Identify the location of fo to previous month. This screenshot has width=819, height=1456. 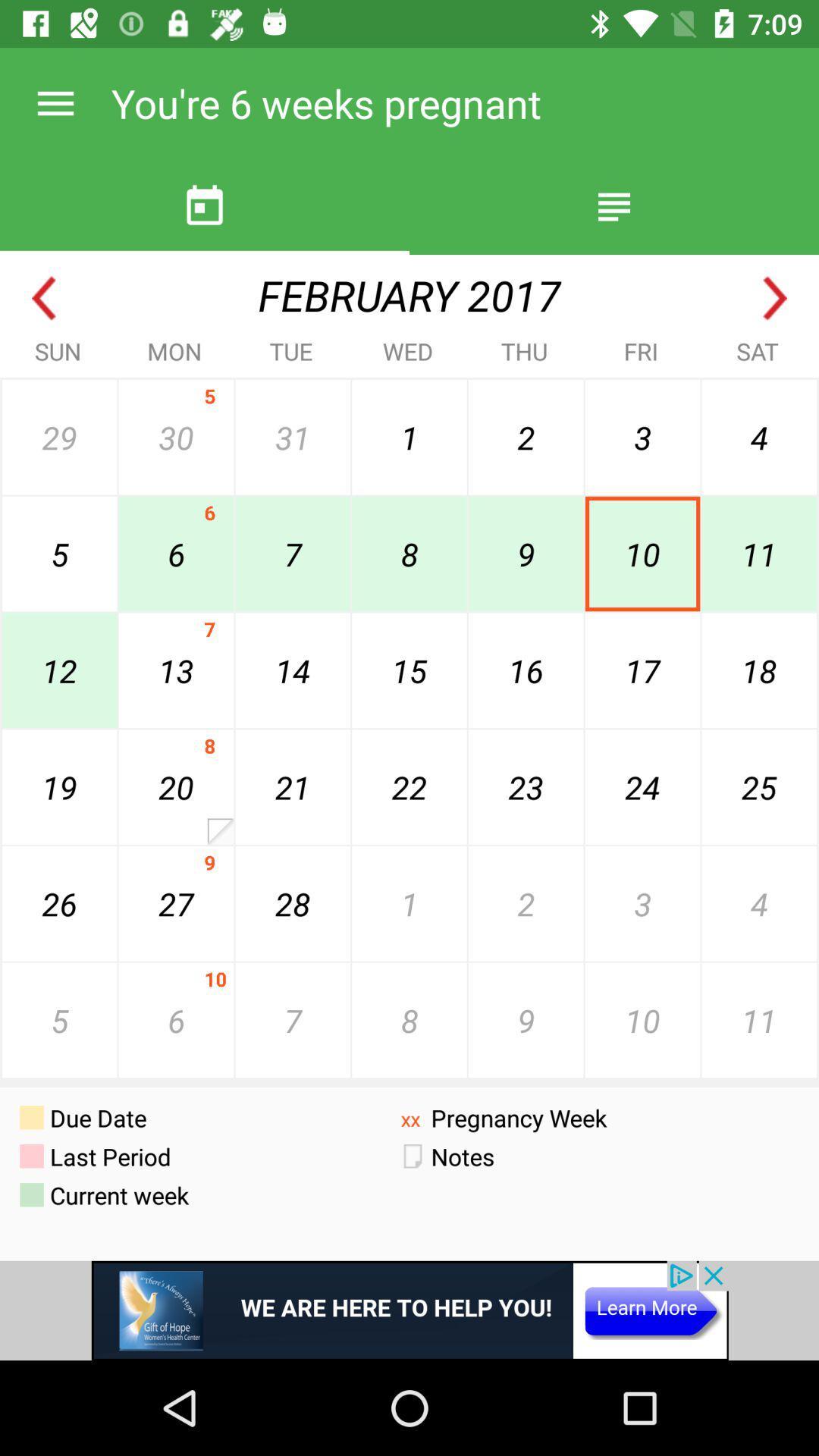
(42, 298).